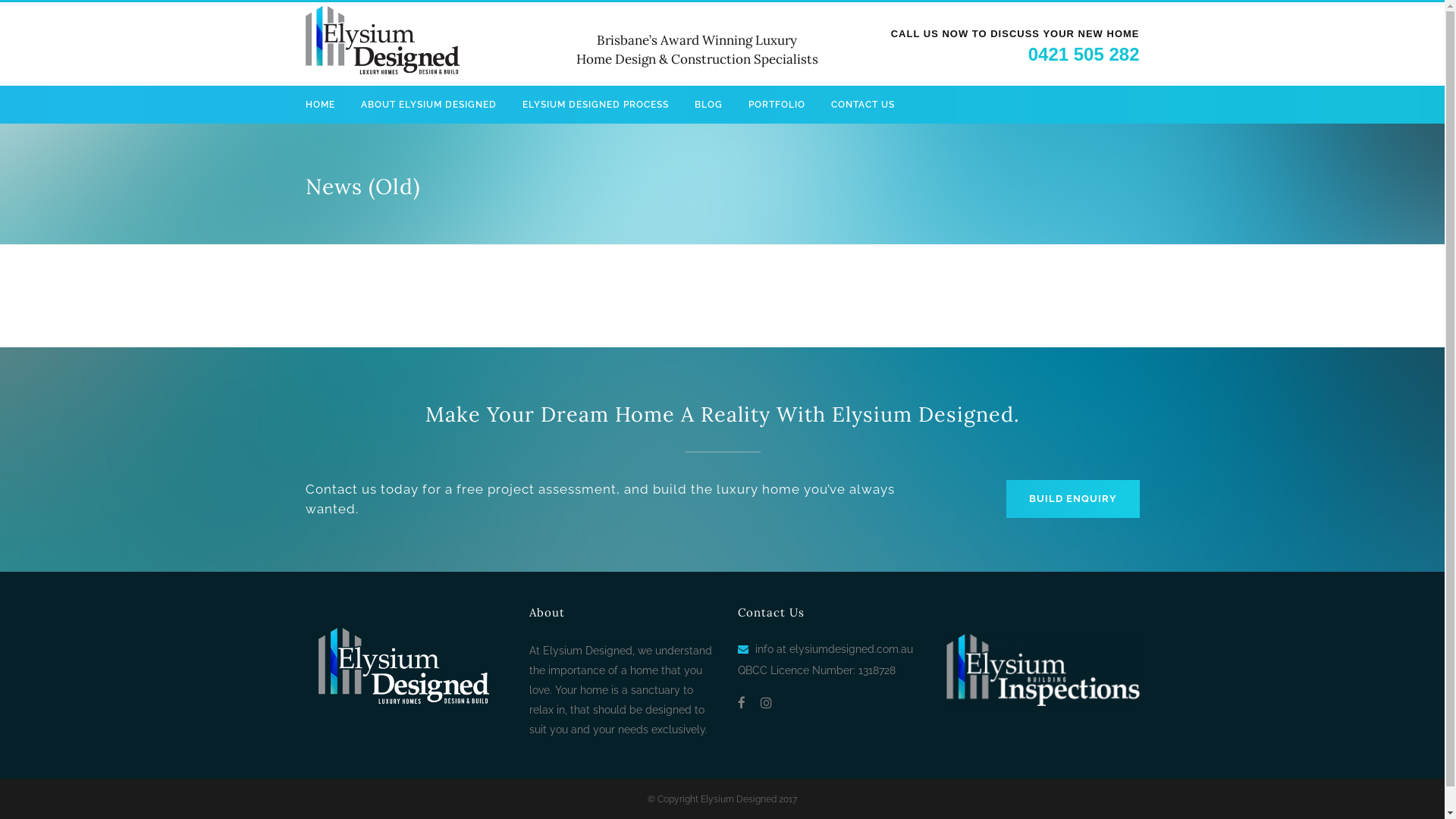  Describe the element at coordinates (325, 104) in the screenshot. I see `'HOME'` at that location.